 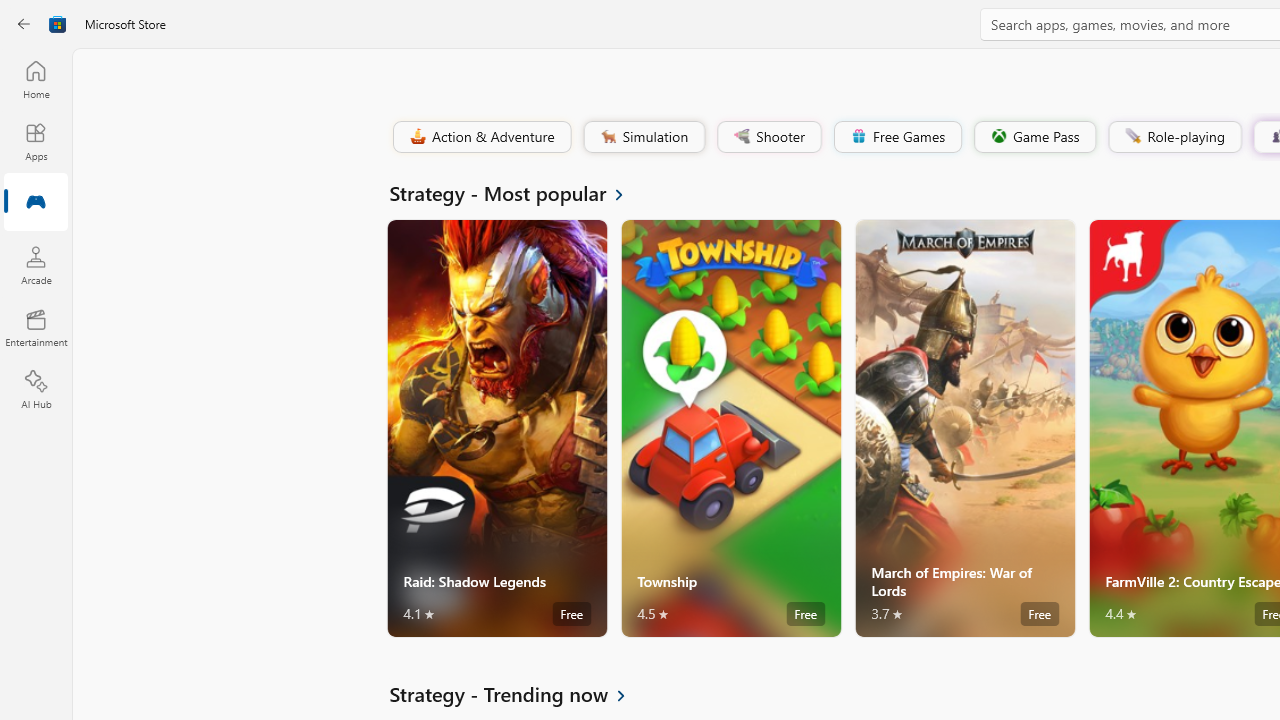 What do you see at coordinates (729, 427) in the screenshot?
I see `'Township. Average rating of 4.5 out of five stars. Free  '` at bounding box center [729, 427].